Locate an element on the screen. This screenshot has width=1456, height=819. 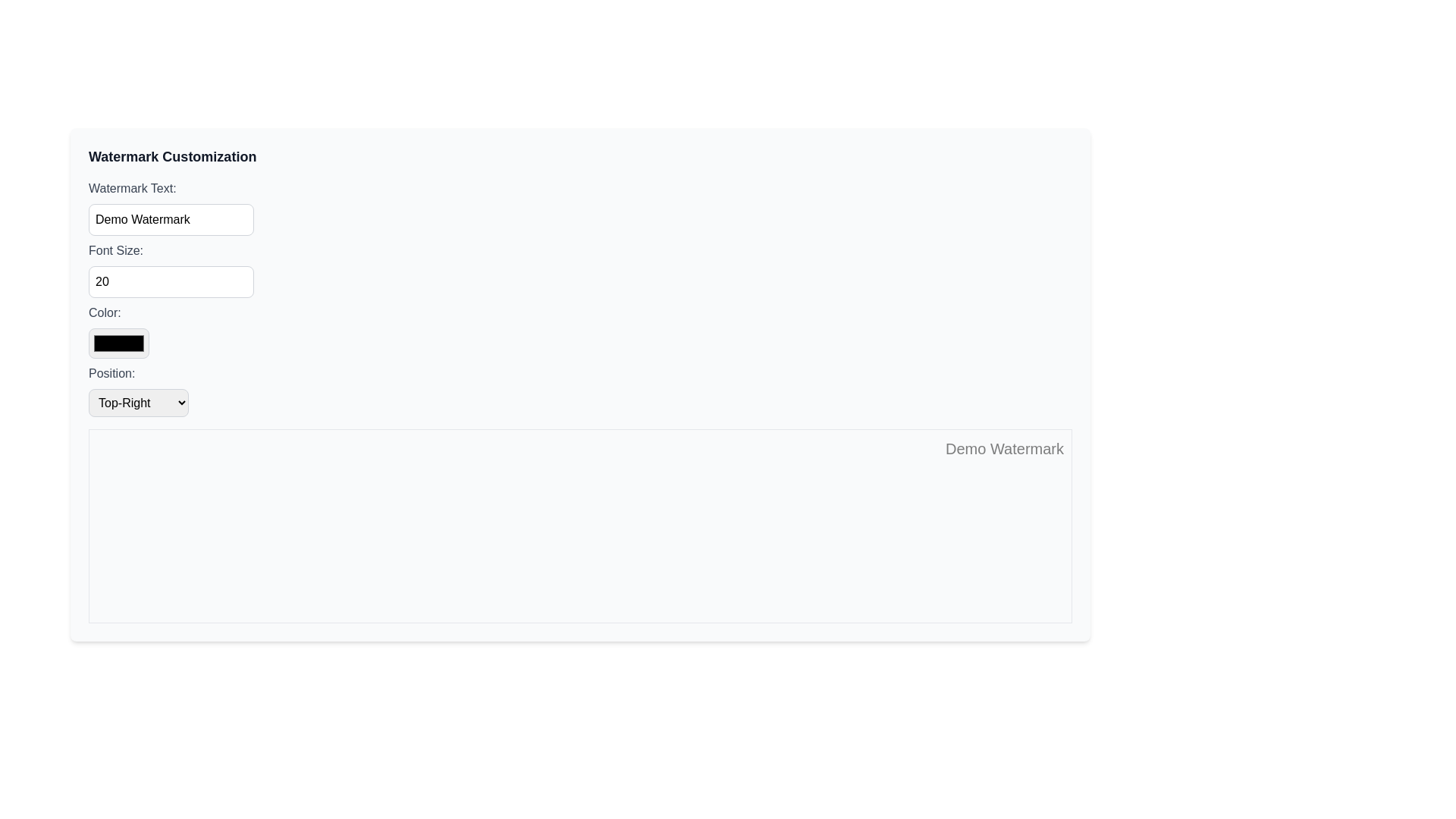
the color picker input field for watermark customization located under the 'Color:' label, allowing for keyboard navigation is located at coordinates (118, 343).